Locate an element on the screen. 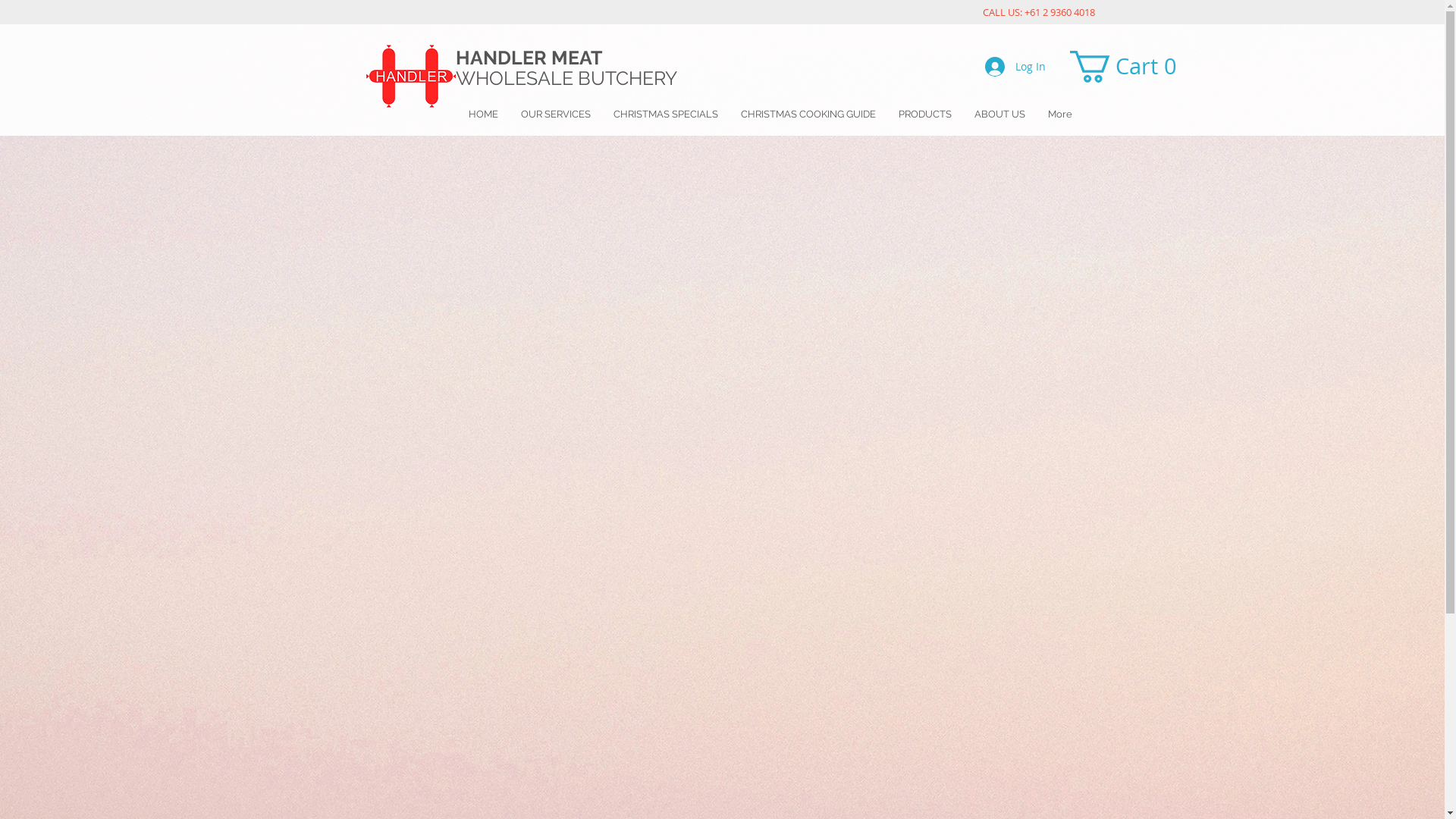 Image resolution: width=1456 pixels, height=819 pixels. 'WHOLESALE BUTCHERY ' is located at coordinates (566, 78).